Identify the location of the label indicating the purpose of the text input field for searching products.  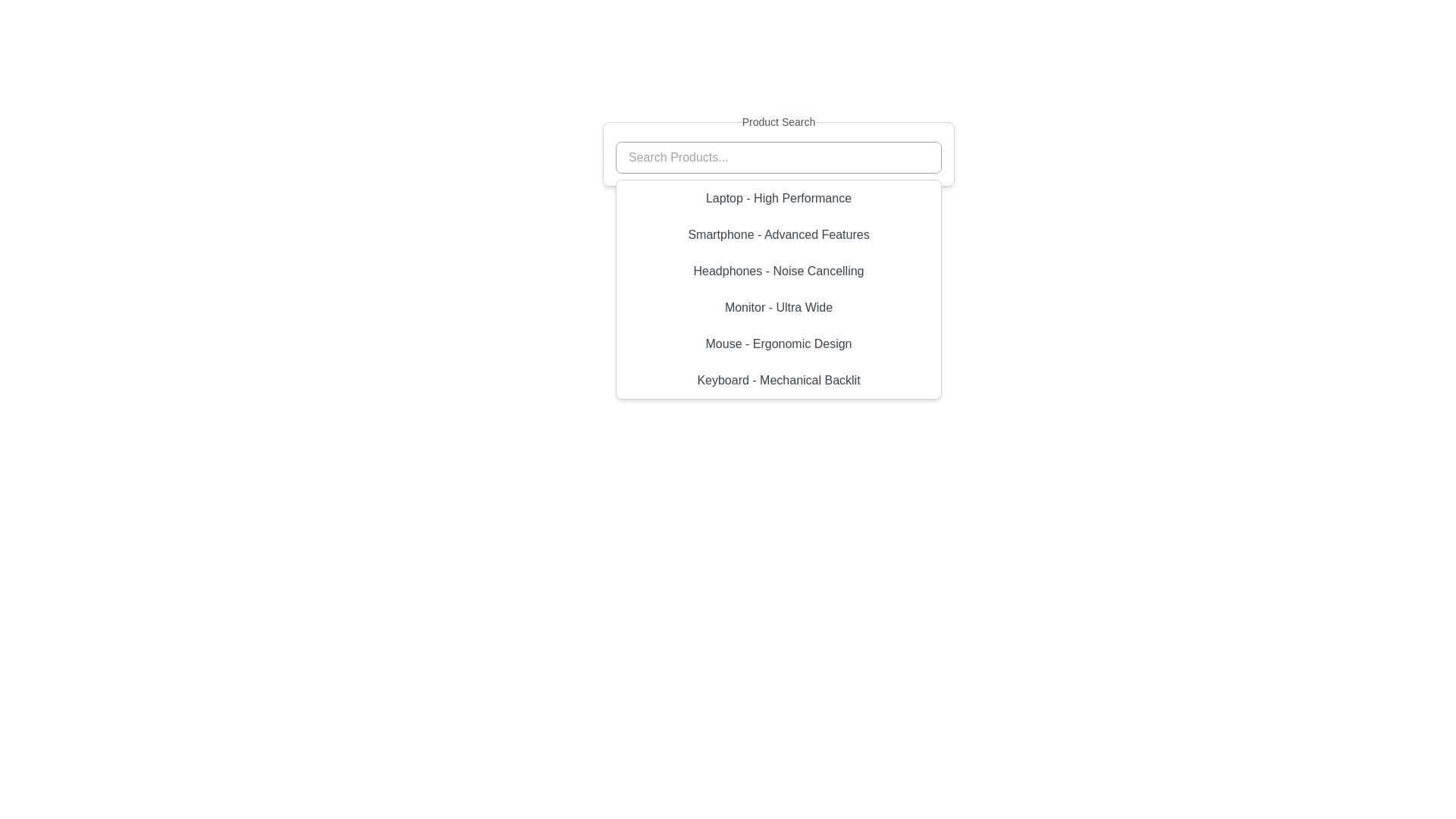
(779, 121).